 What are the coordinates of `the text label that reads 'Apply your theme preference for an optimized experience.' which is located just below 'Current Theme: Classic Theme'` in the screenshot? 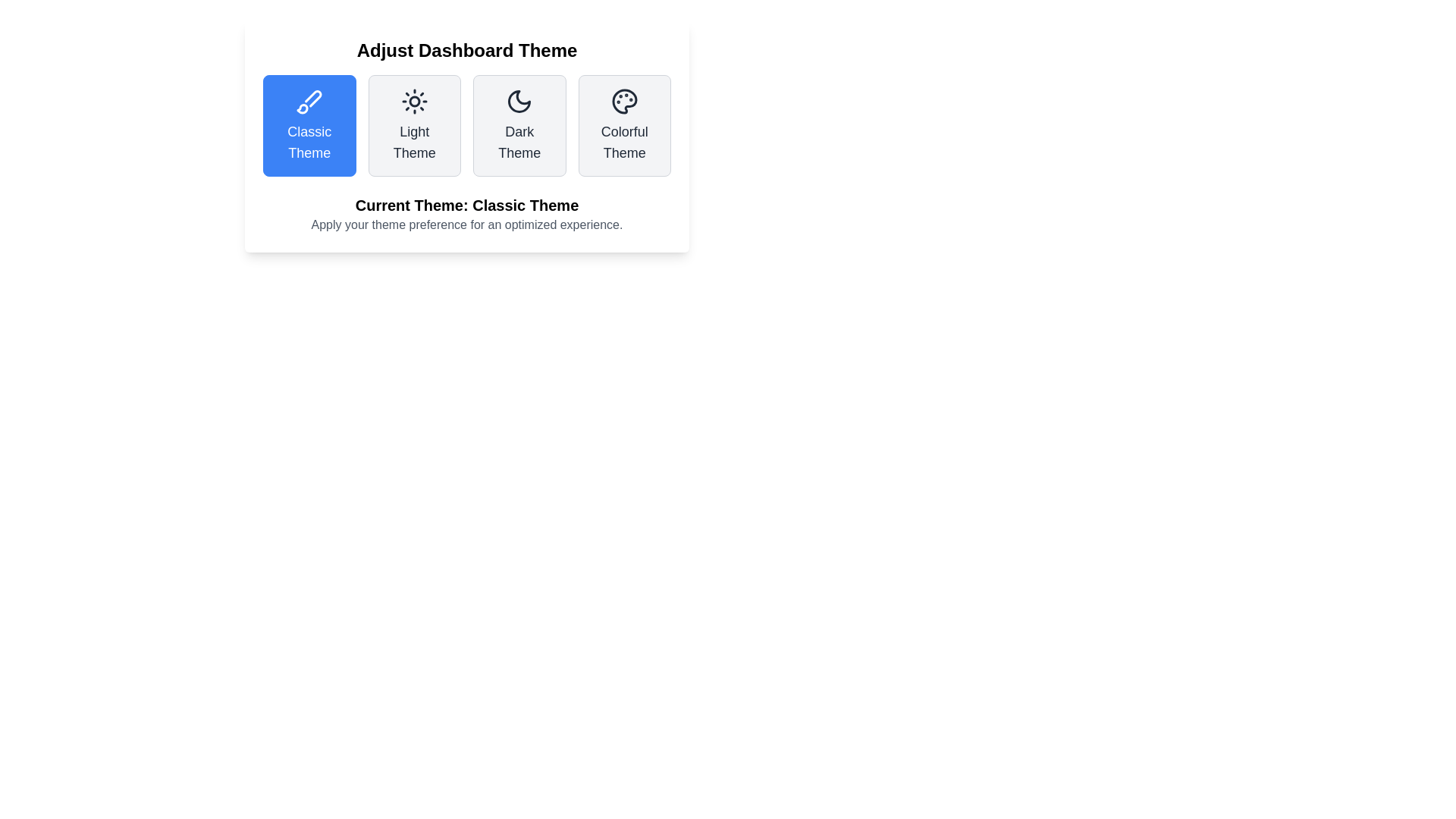 It's located at (466, 225).